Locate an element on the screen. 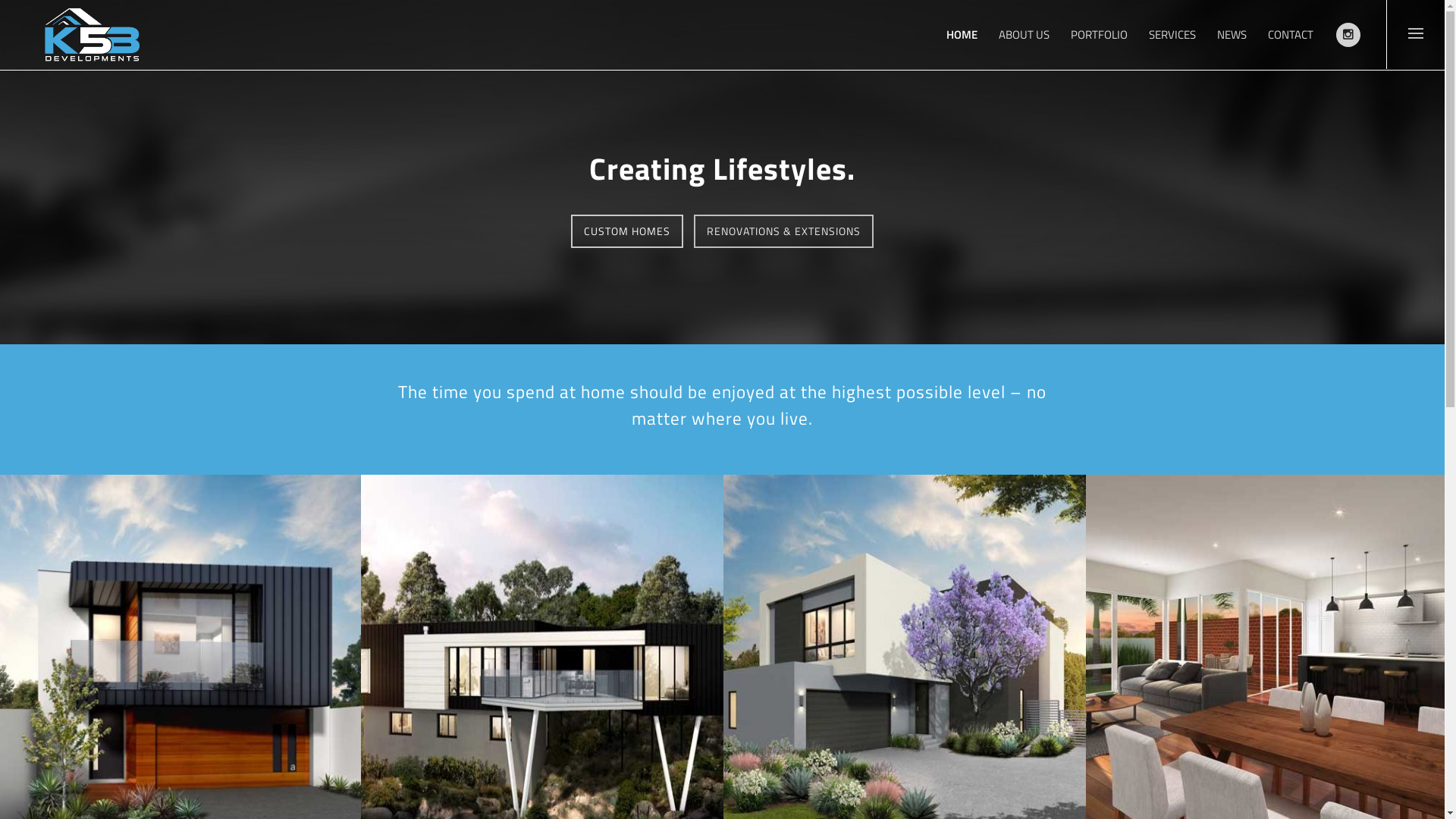  'NEWS' is located at coordinates (1232, 34).